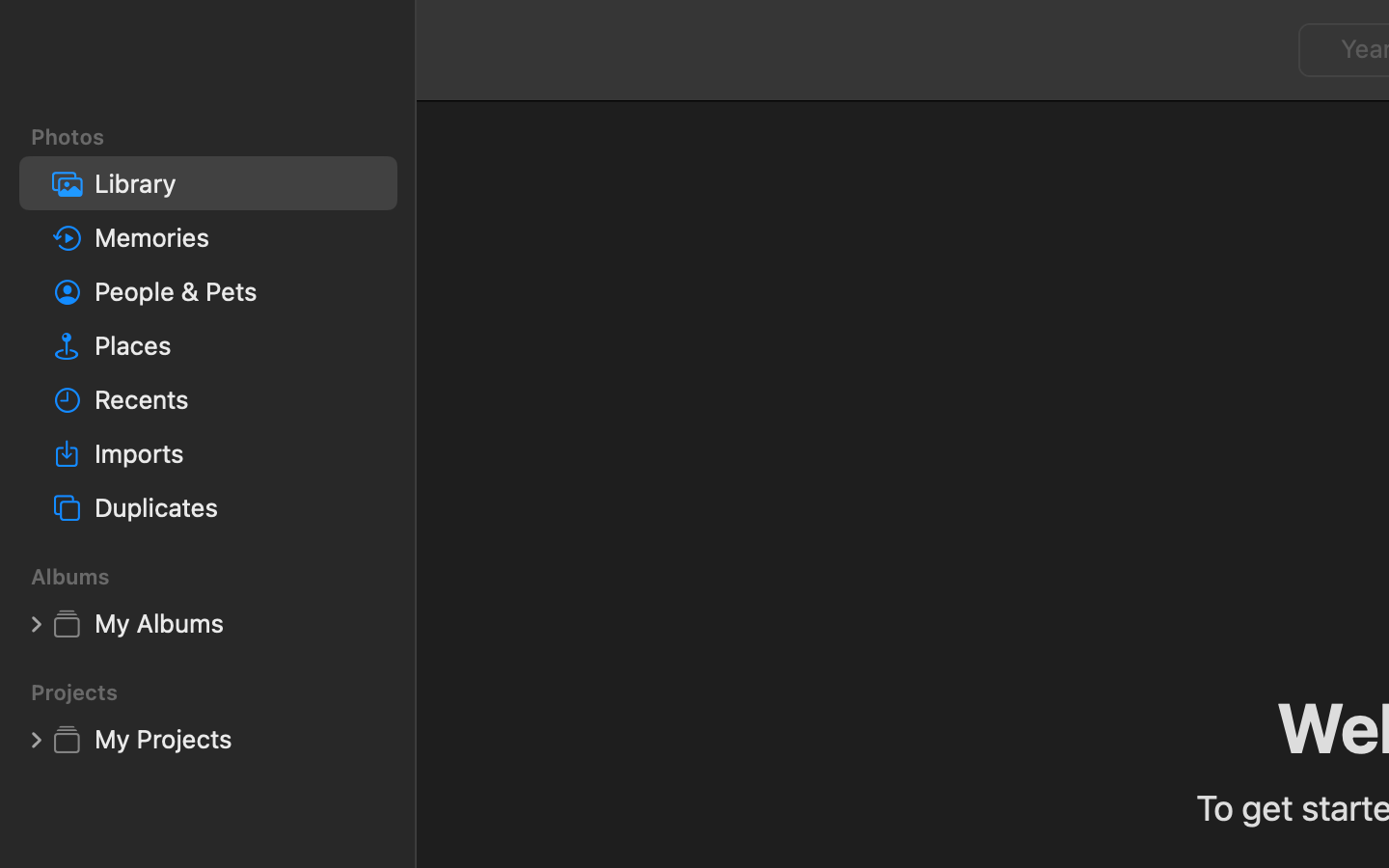 This screenshot has height=868, width=1389. What do you see at coordinates (236, 399) in the screenshot?
I see `'Recents'` at bounding box center [236, 399].